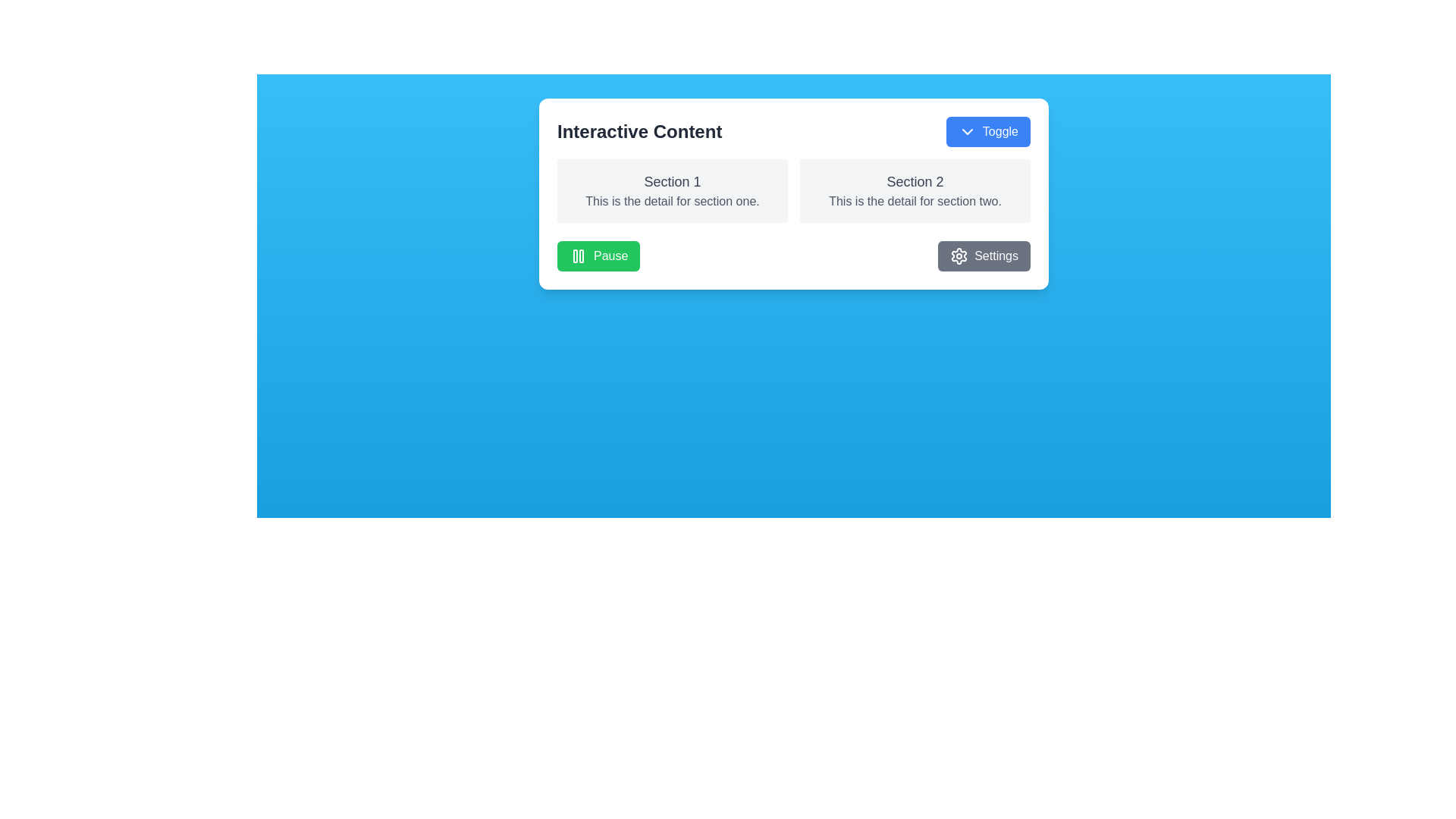 This screenshot has width=1456, height=819. Describe the element at coordinates (581, 256) in the screenshot. I see `right vertical green bar of the 'Pause' icon, which is part of the SVG component representing the button's pause functionality` at that location.